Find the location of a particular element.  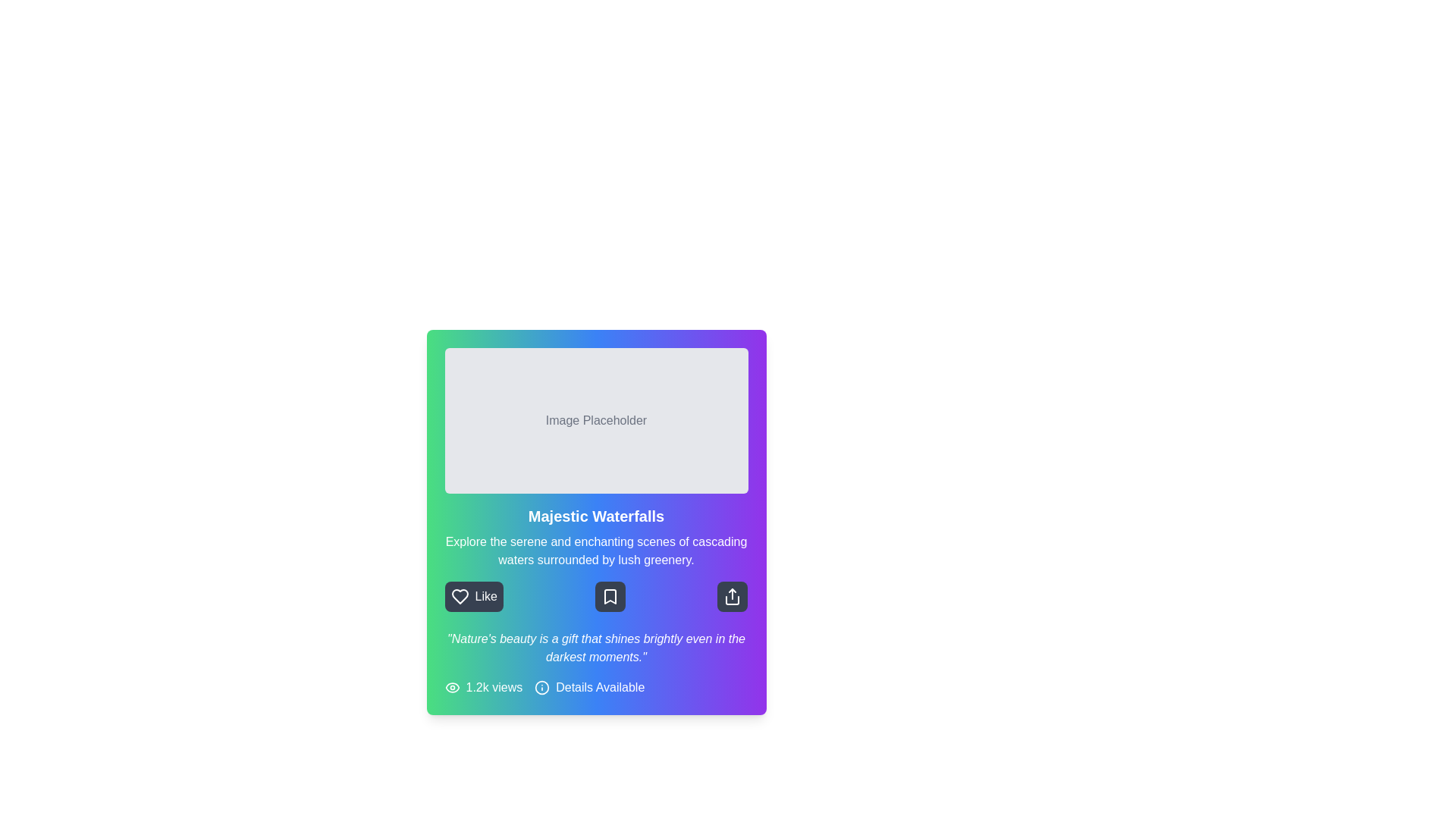

rectangular icon located within the share button in the bottom-right section of the card is located at coordinates (733, 599).